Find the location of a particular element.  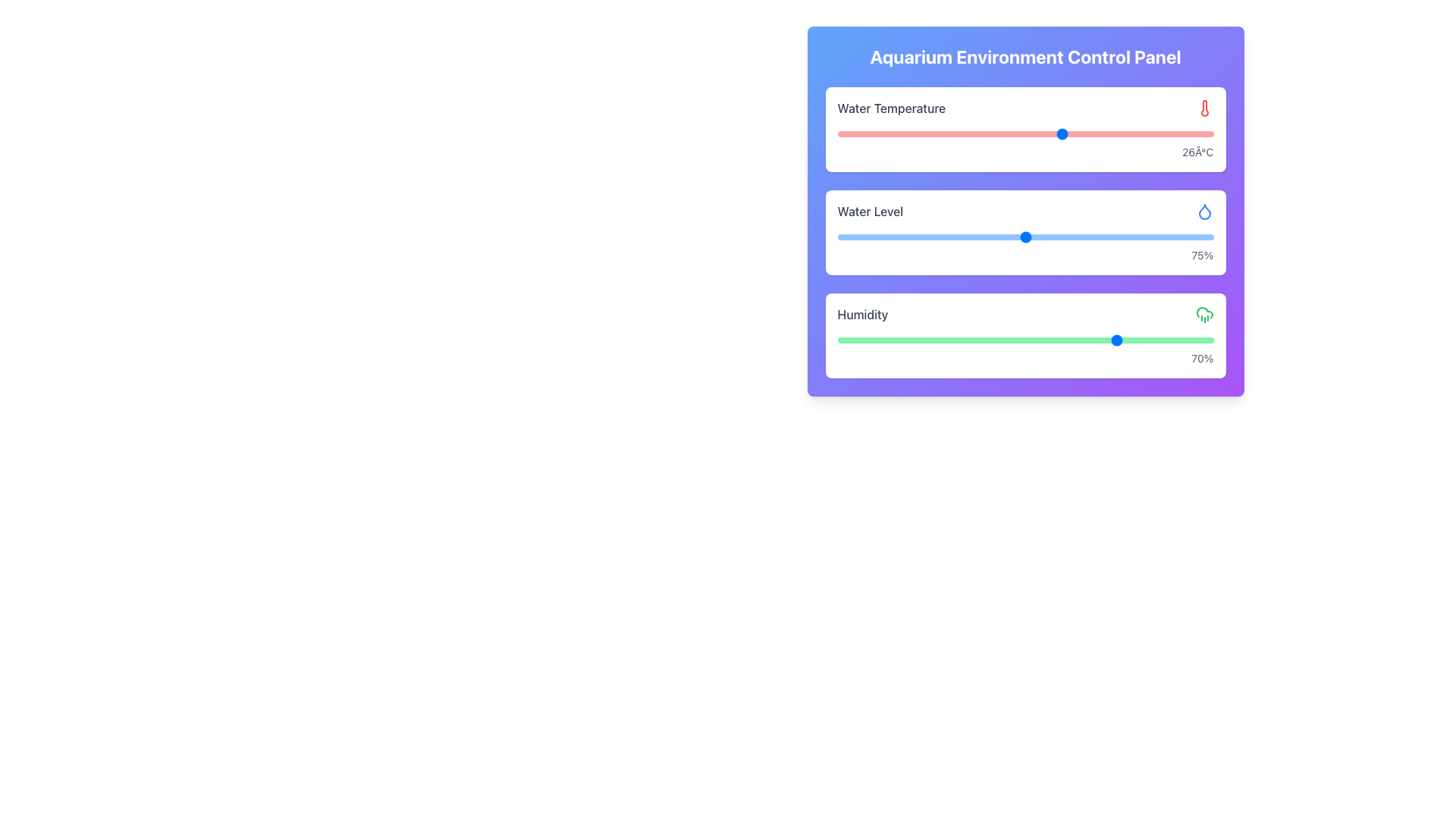

water level is located at coordinates (1190, 237).